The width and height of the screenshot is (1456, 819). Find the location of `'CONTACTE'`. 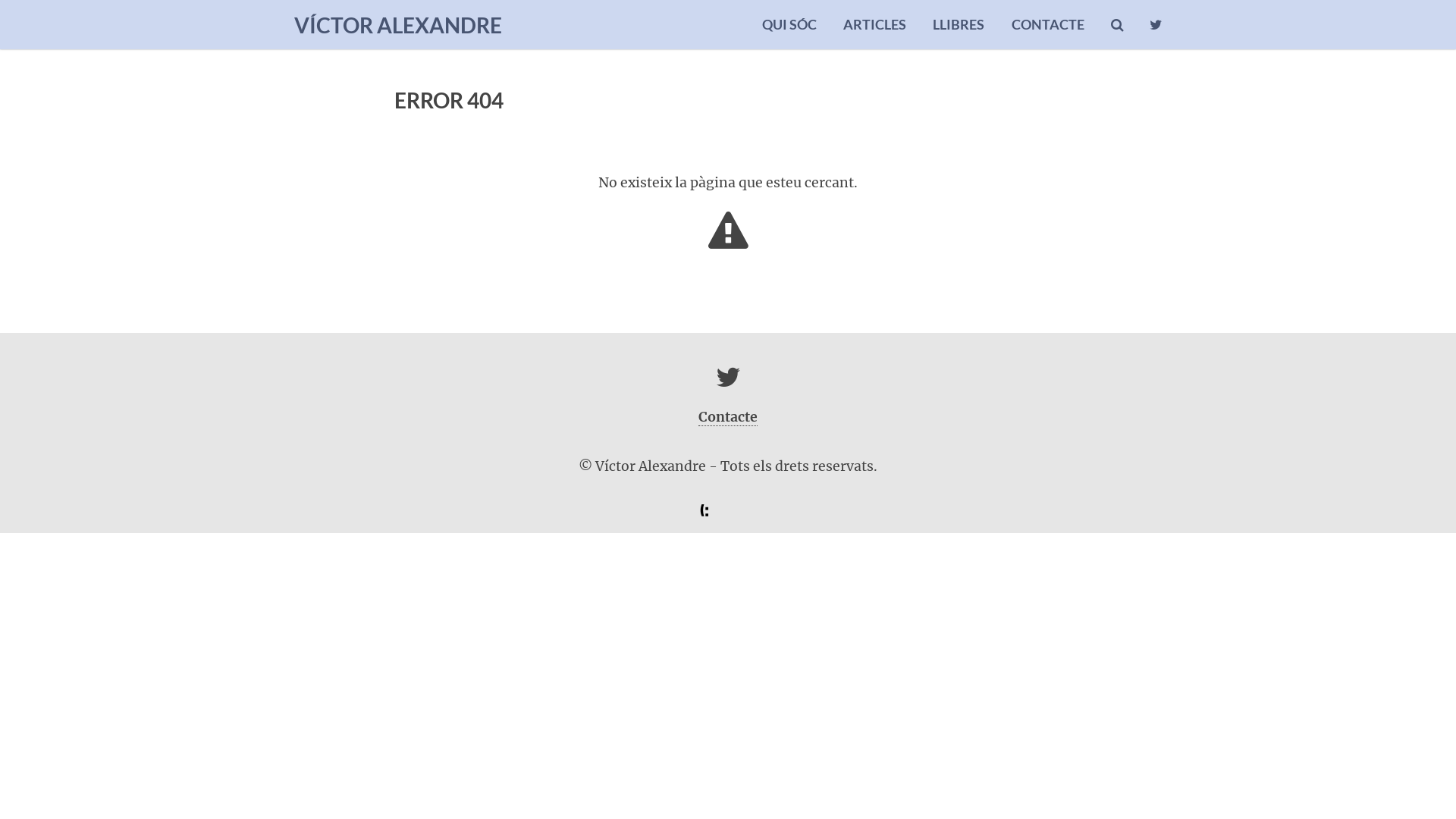

'CONTACTE' is located at coordinates (1012, 24).